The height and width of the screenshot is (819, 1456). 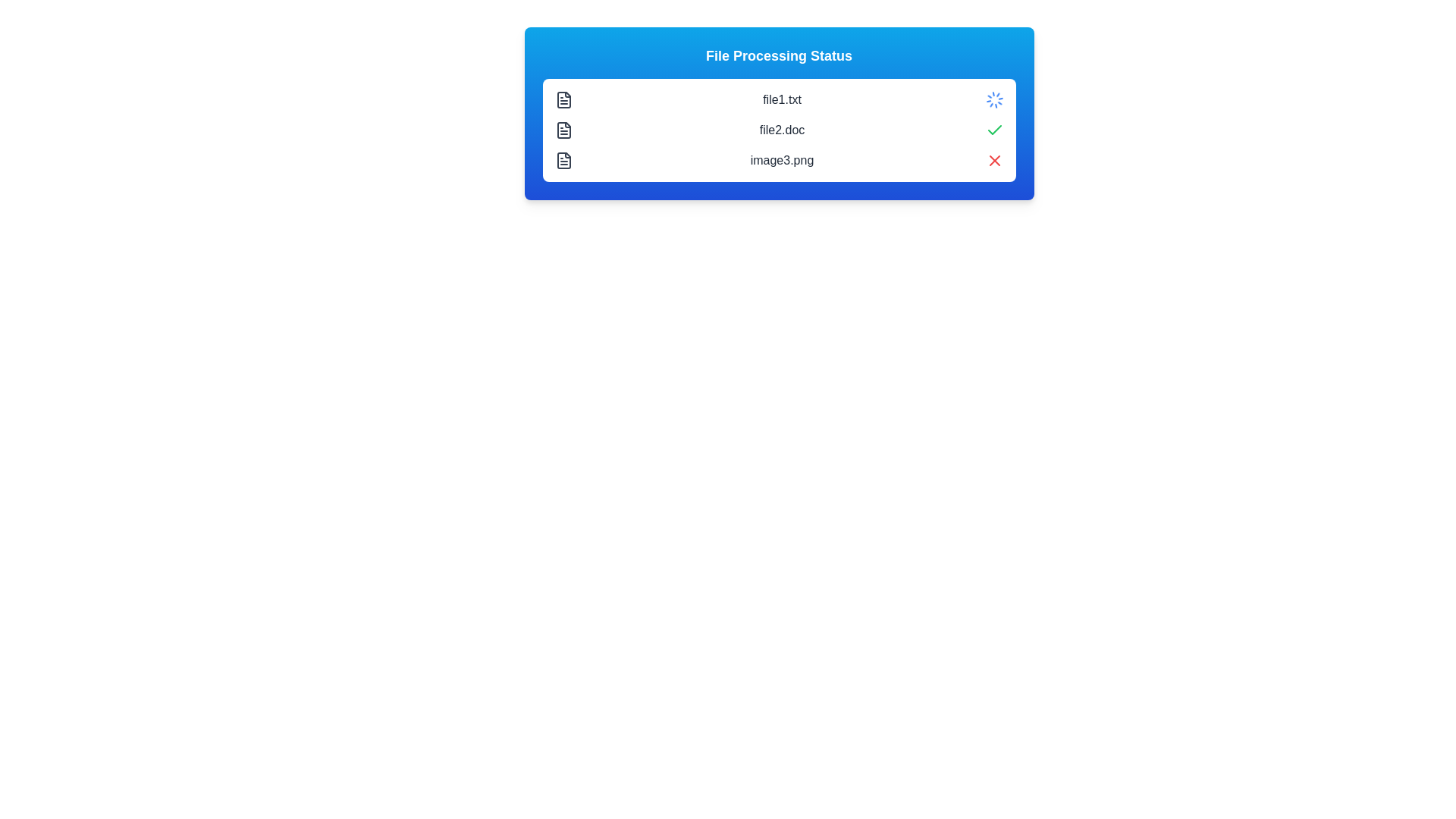 I want to click on the green checkmark icon located to the far right of the row labeled 'file2.doc', which indicates successful processing of the file, so click(x=994, y=130).